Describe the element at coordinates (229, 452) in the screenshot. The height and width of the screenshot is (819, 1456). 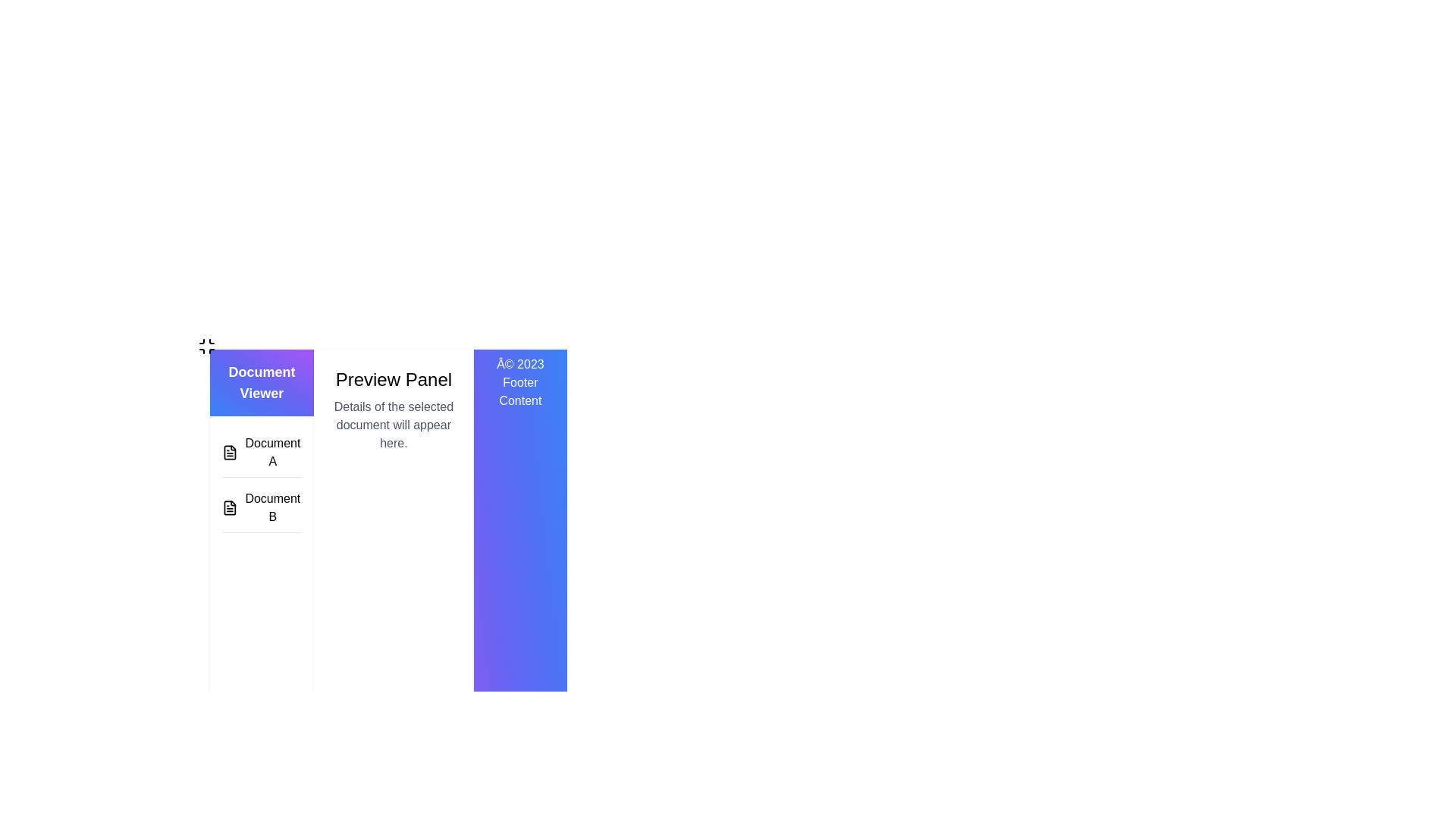
I see `the first icon representing 'Document A' in the 'Document Viewer' list, which is aligned to the left margin of the sidebar` at that location.